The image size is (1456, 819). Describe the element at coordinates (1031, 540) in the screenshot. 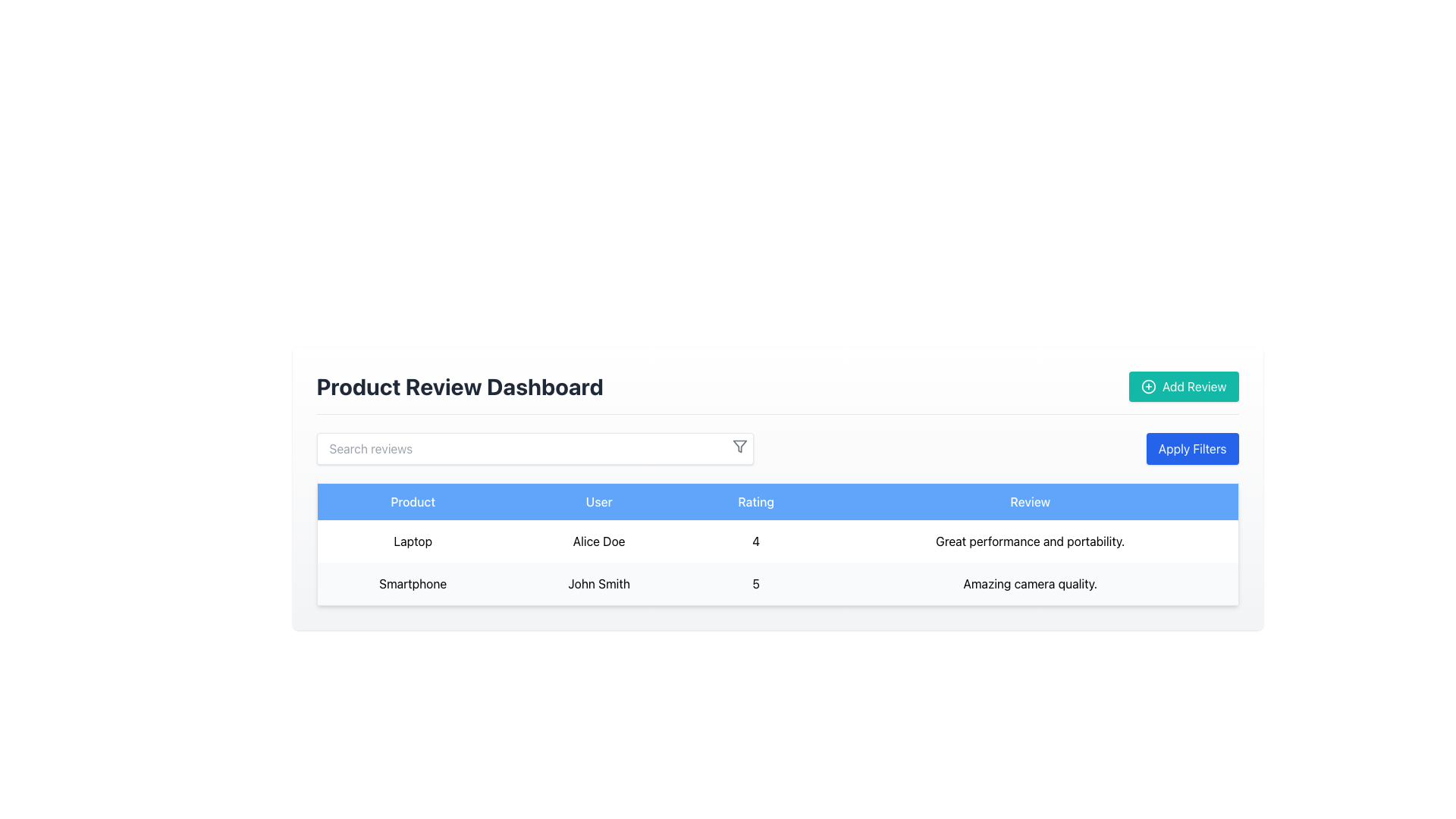

I see `the text element that says 'Great performance and portability.' located in the fourth column of the first row of a table, which is center-aligned within its grid cell` at that location.